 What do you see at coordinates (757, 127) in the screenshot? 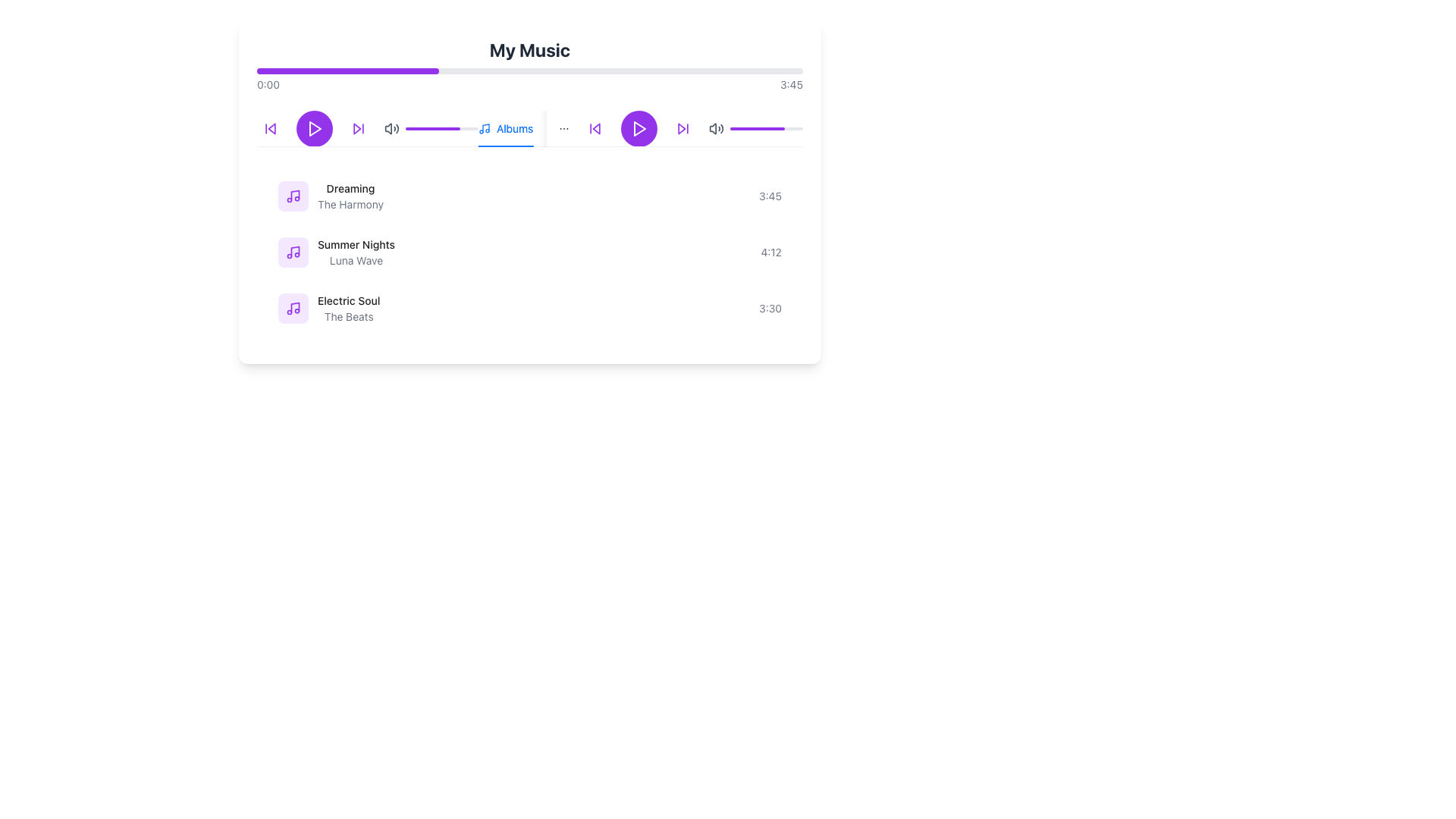
I see `the purple progress bar located below the title 'My Music', which is three-quarters filled and positioned within a light gray background` at bounding box center [757, 127].